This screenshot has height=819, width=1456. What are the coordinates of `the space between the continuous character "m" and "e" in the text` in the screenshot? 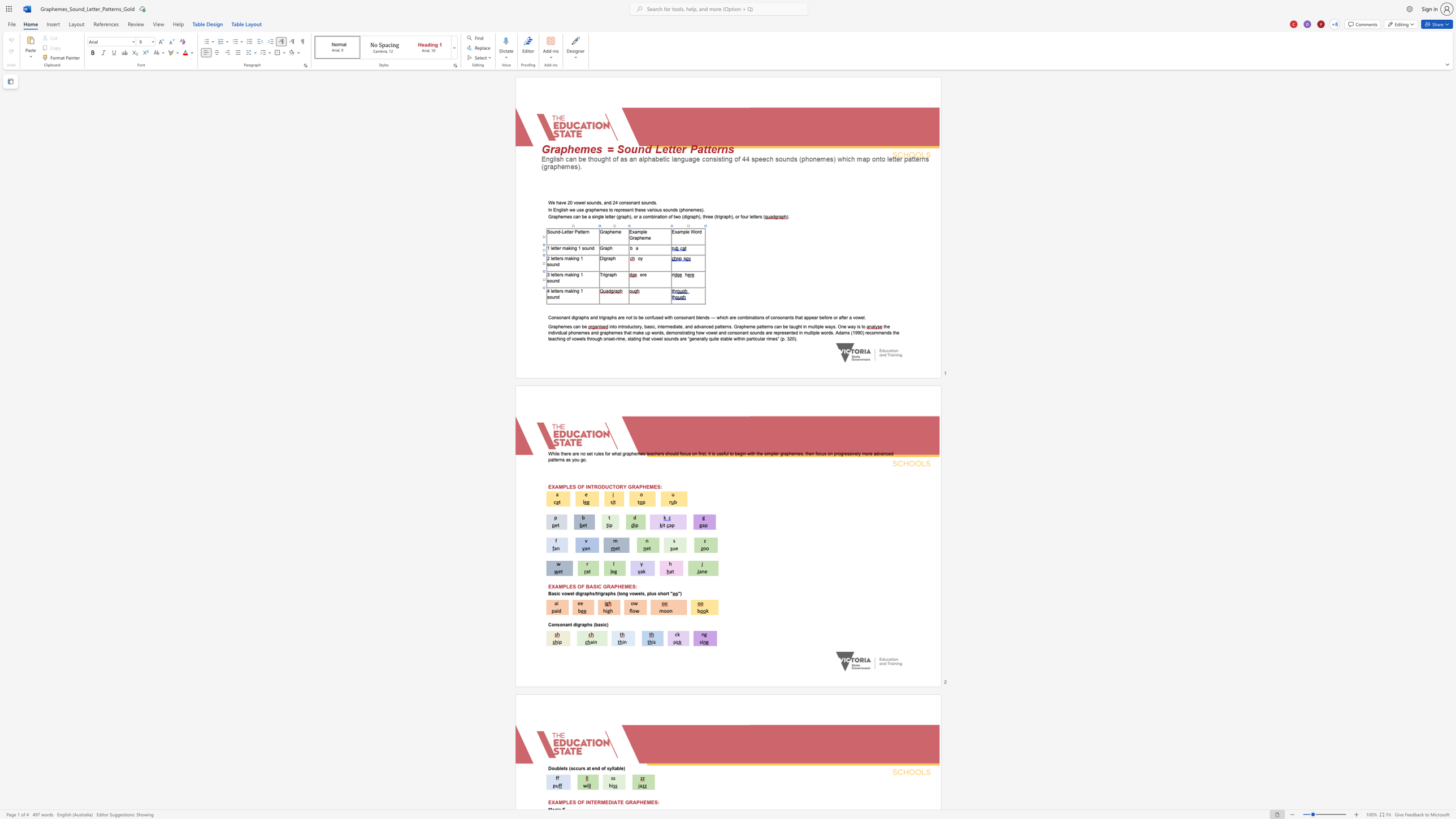 It's located at (567, 327).